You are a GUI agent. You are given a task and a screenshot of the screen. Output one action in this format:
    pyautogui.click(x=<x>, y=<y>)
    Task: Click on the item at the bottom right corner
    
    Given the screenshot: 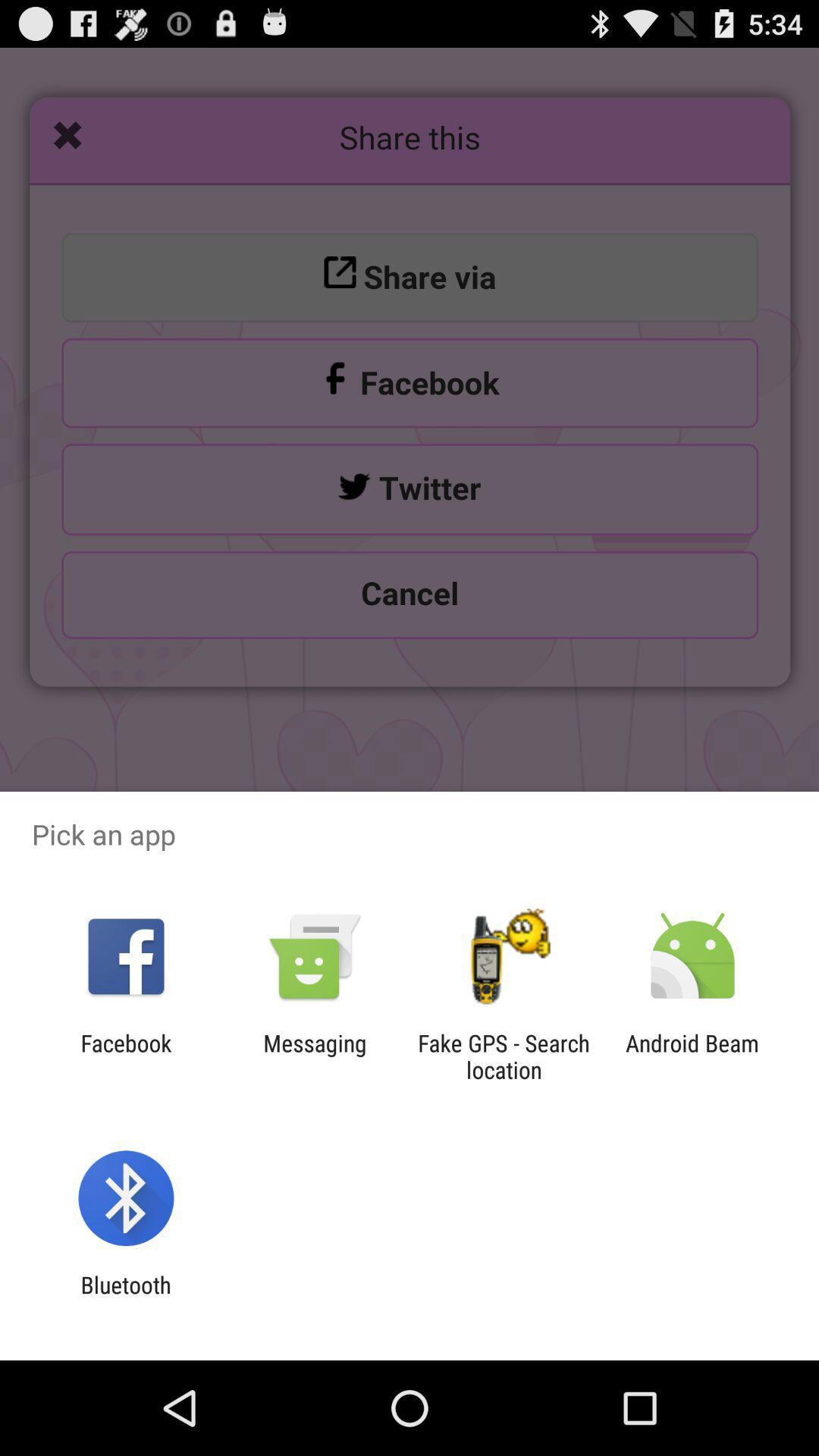 What is the action you would take?
    pyautogui.click(x=692, y=1056)
    